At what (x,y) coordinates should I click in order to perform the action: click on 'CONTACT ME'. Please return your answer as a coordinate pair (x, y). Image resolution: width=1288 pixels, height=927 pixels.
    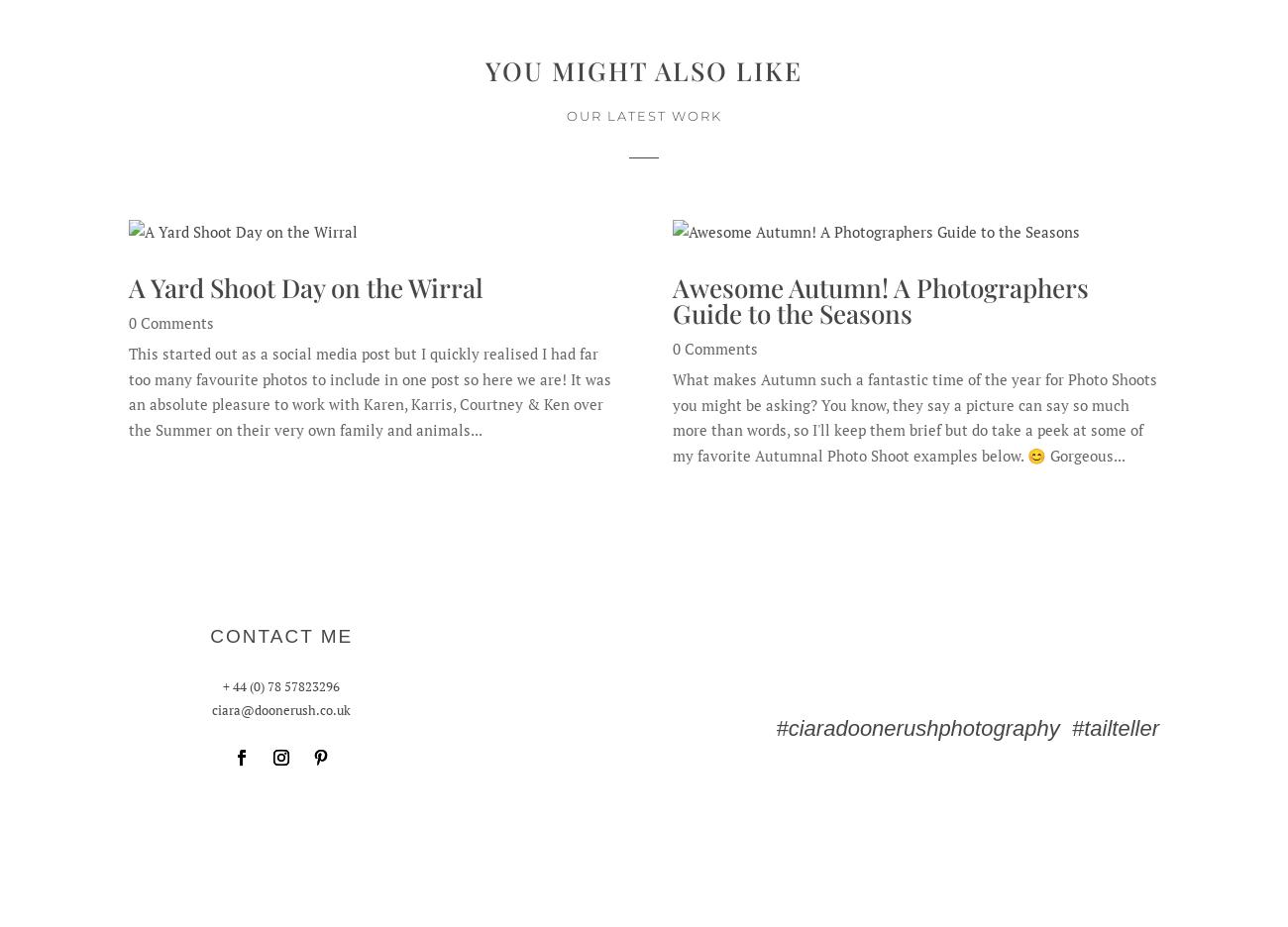
    Looking at the image, I should click on (281, 635).